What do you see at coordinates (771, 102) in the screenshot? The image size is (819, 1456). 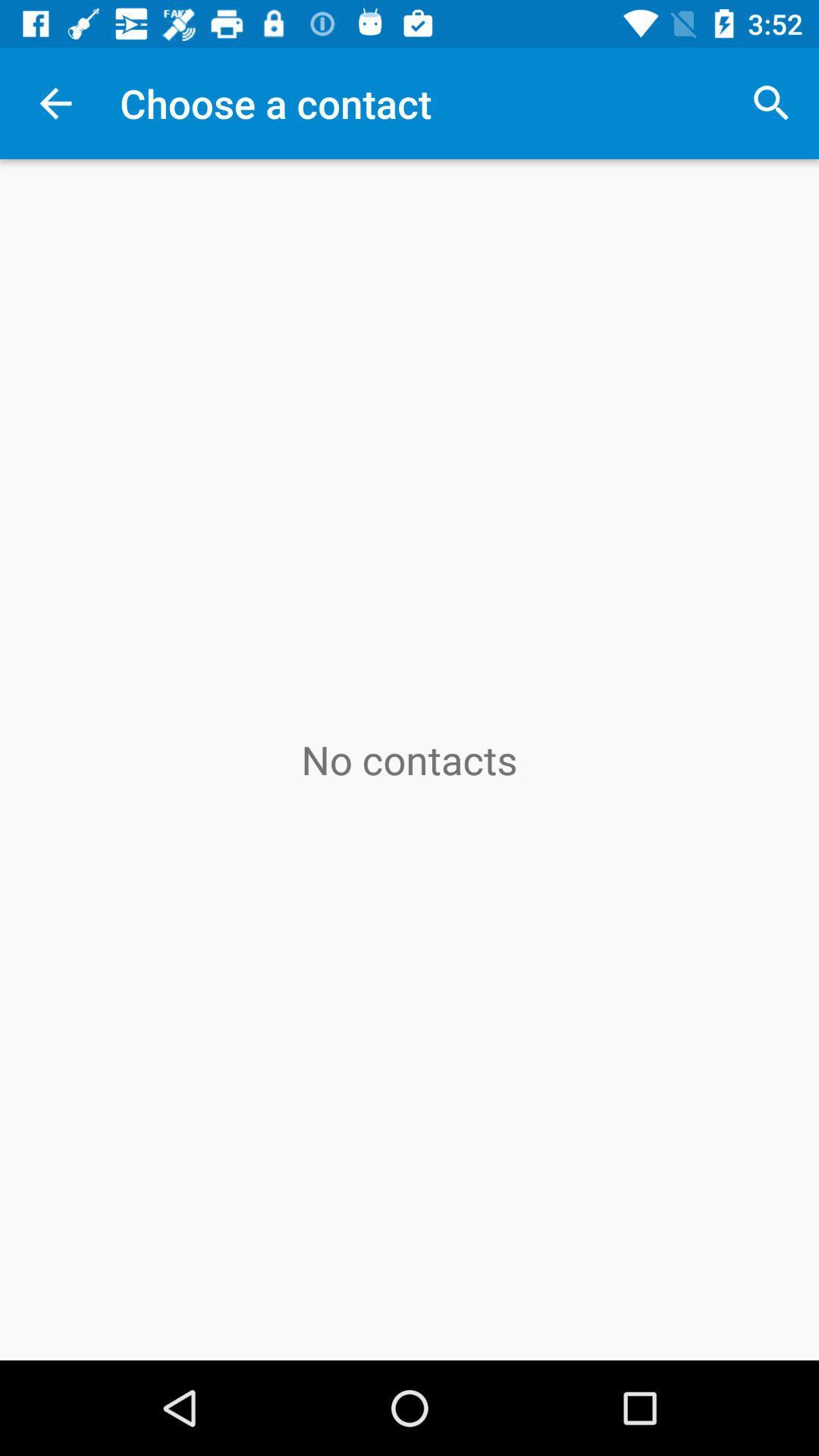 I see `icon to the right of the choose a contact app` at bounding box center [771, 102].